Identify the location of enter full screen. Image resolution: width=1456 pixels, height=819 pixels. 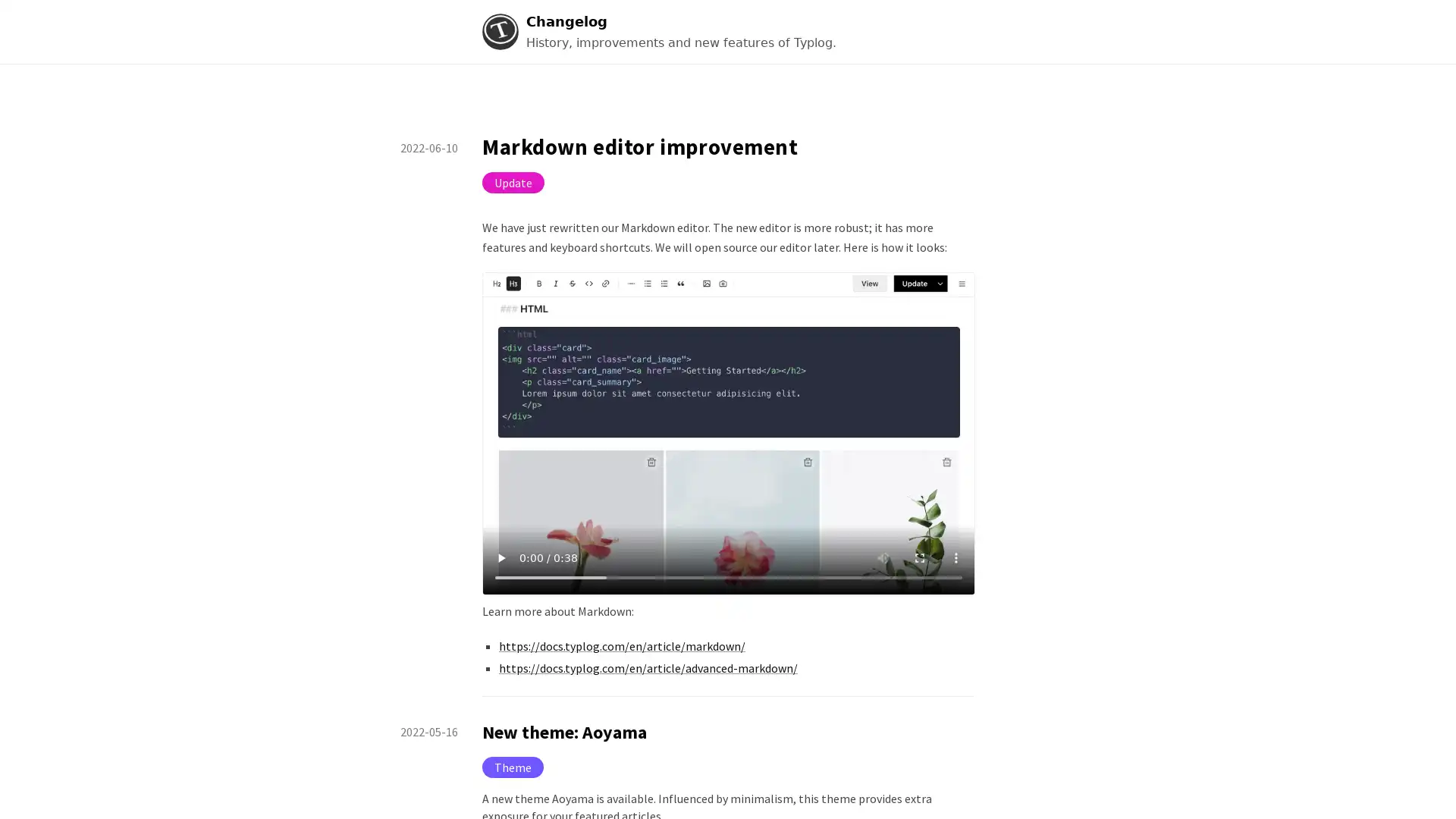
(919, 558).